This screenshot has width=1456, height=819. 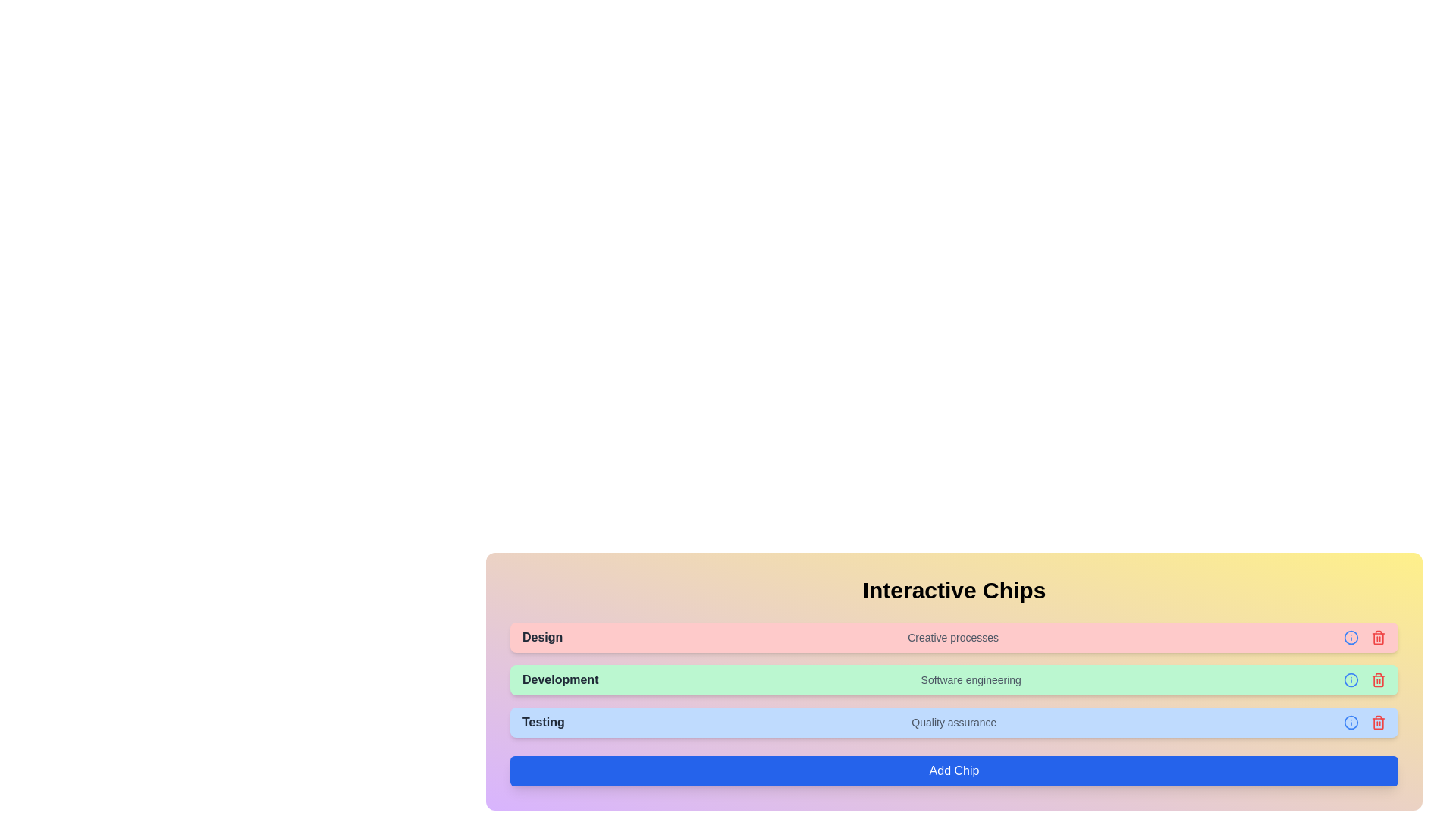 I want to click on 'Trash' icon for the chip labeled Testing, so click(x=1379, y=721).